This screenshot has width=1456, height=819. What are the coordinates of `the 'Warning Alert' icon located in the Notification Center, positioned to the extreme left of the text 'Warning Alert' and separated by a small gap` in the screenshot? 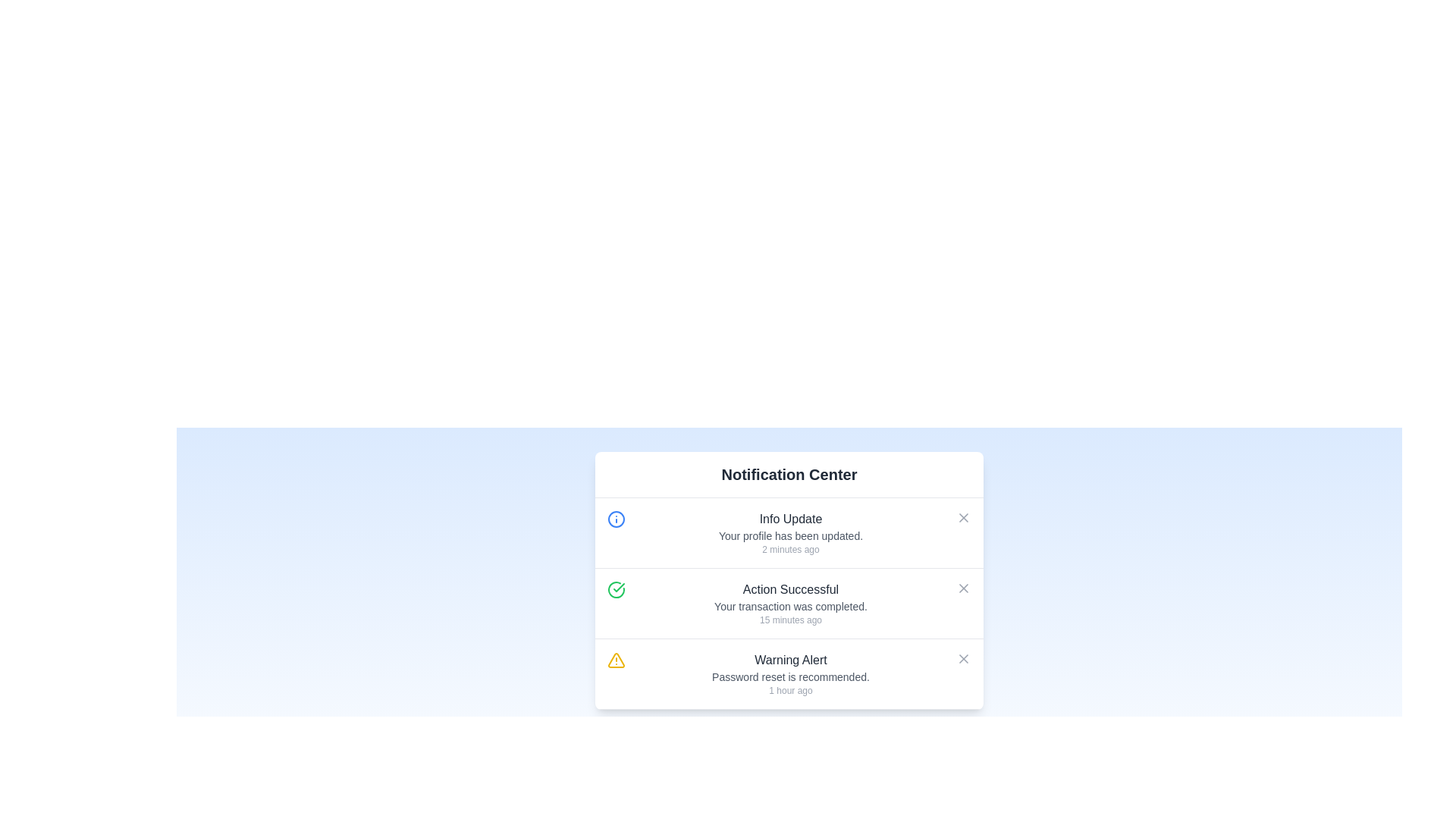 It's located at (616, 660).